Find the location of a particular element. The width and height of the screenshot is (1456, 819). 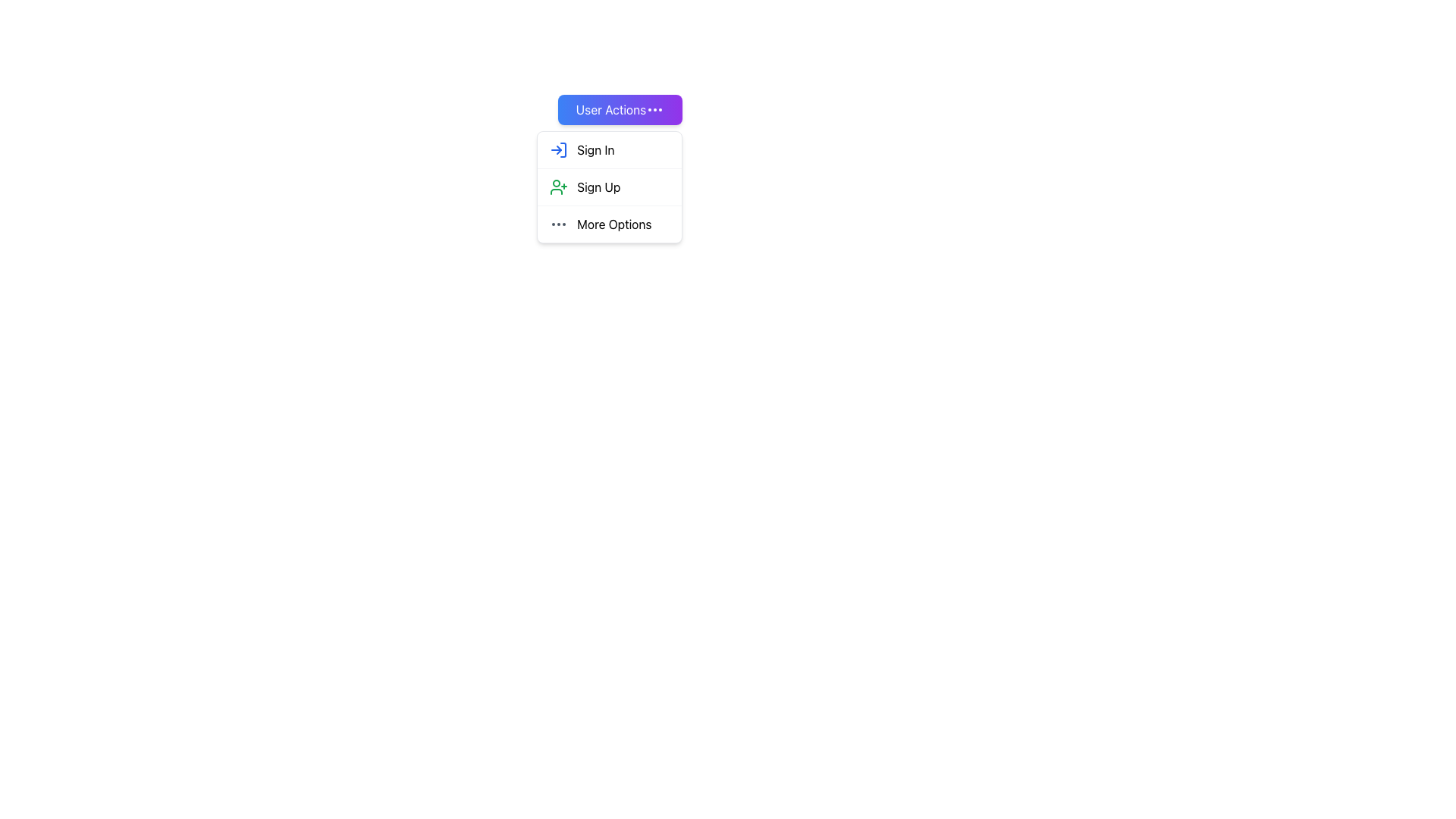

the 'Sign In' button located in the 'User Actions' drop-down menu to initiate the login process is located at coordinates (610, 149).